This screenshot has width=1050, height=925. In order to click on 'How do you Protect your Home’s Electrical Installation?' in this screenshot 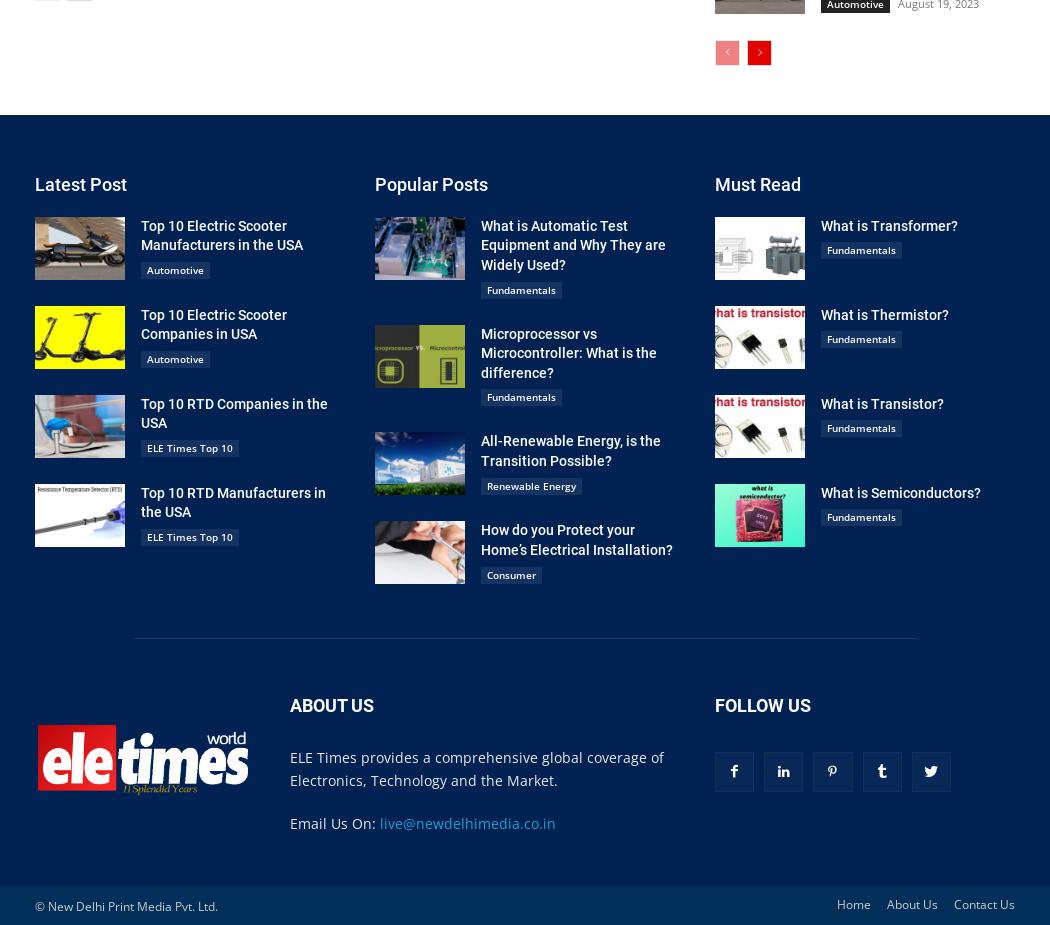, I will do `click(481, 540)`.